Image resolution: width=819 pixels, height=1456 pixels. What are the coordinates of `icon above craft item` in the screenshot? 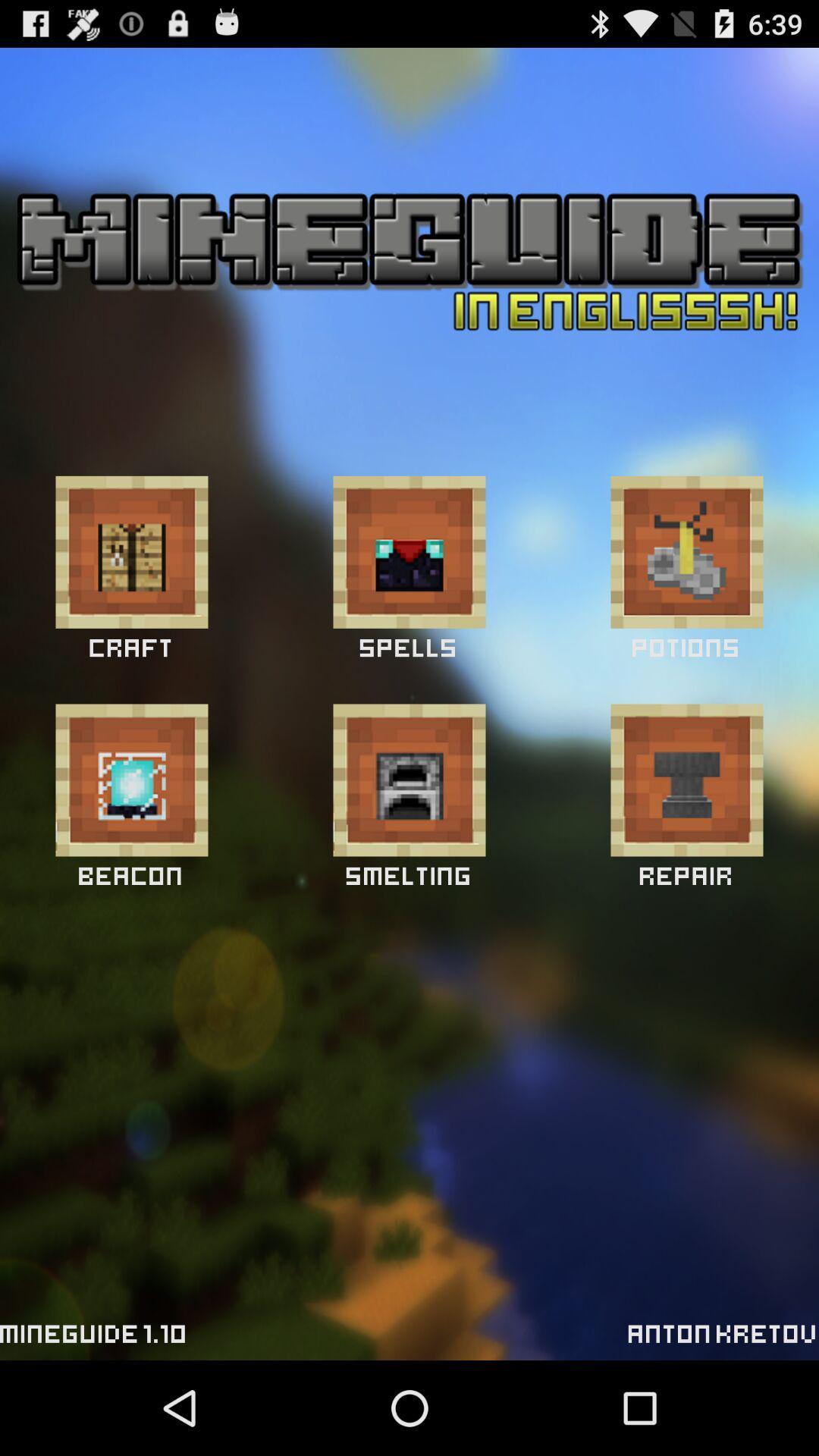 It's located at (130, 551).